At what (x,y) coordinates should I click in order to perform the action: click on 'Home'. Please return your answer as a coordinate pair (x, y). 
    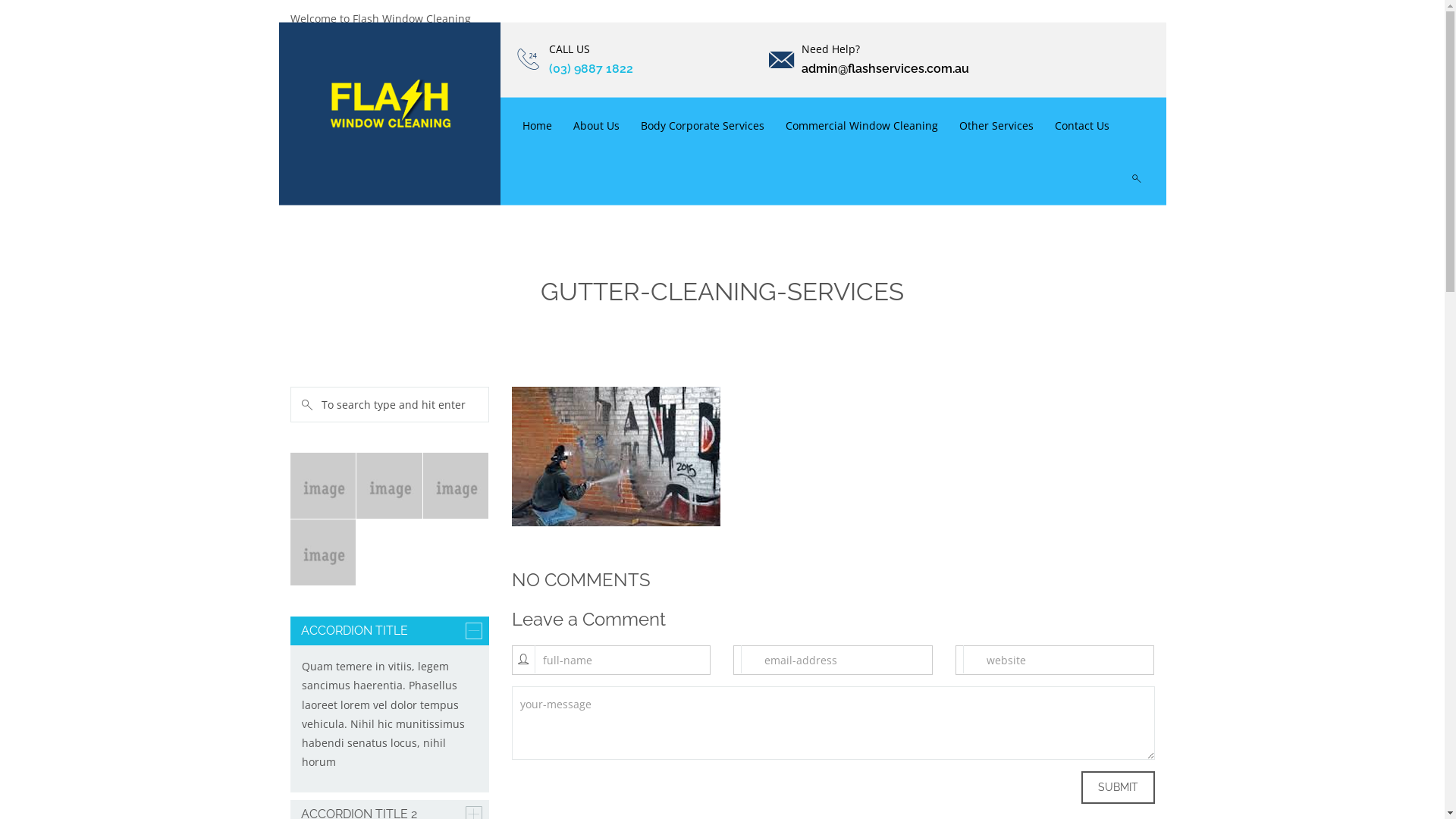
    Looking at the image, I should click on (512, 124).